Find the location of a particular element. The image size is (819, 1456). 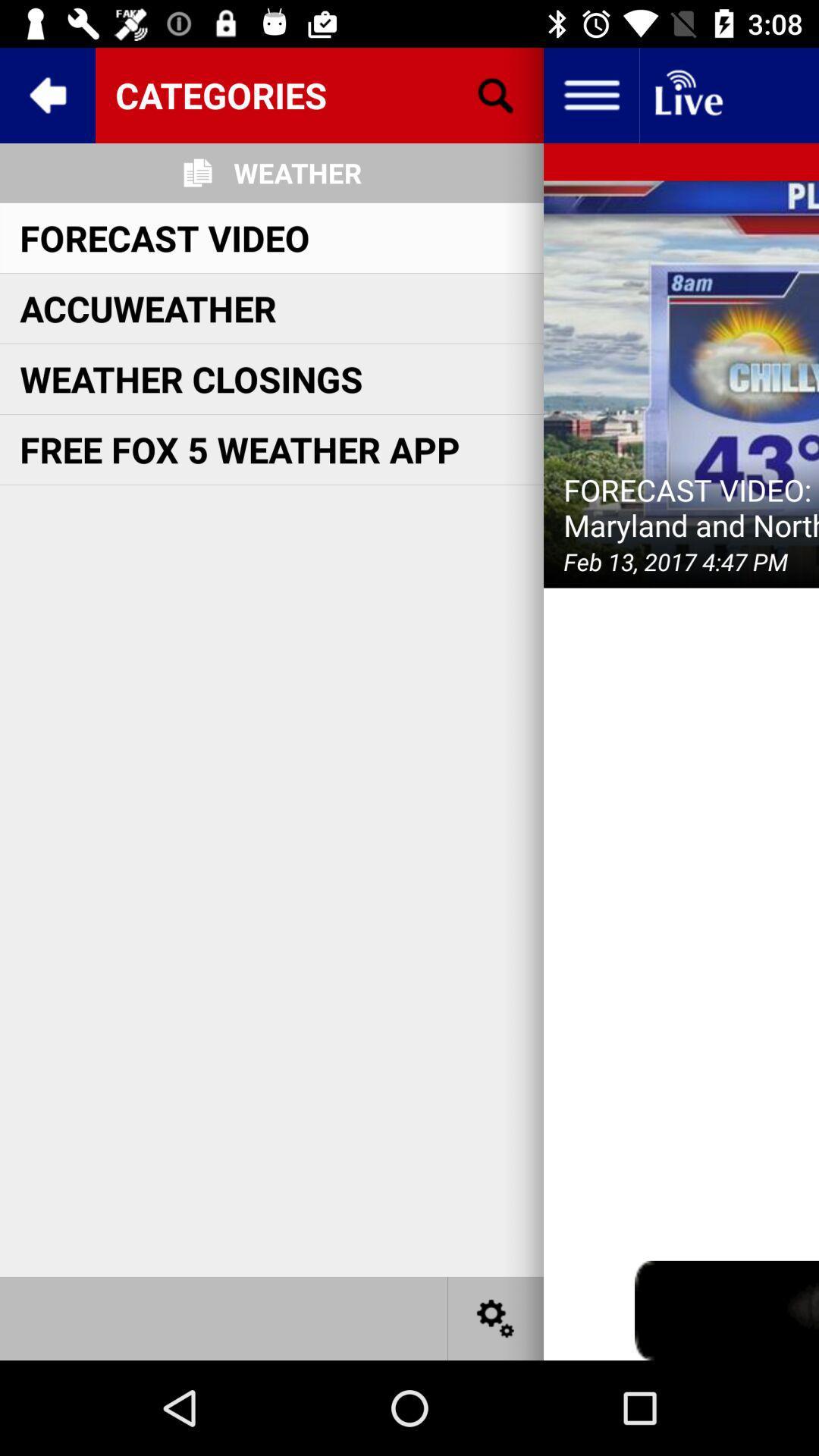

the button on the top right corner of the web page is located at coordinates (687, 94).